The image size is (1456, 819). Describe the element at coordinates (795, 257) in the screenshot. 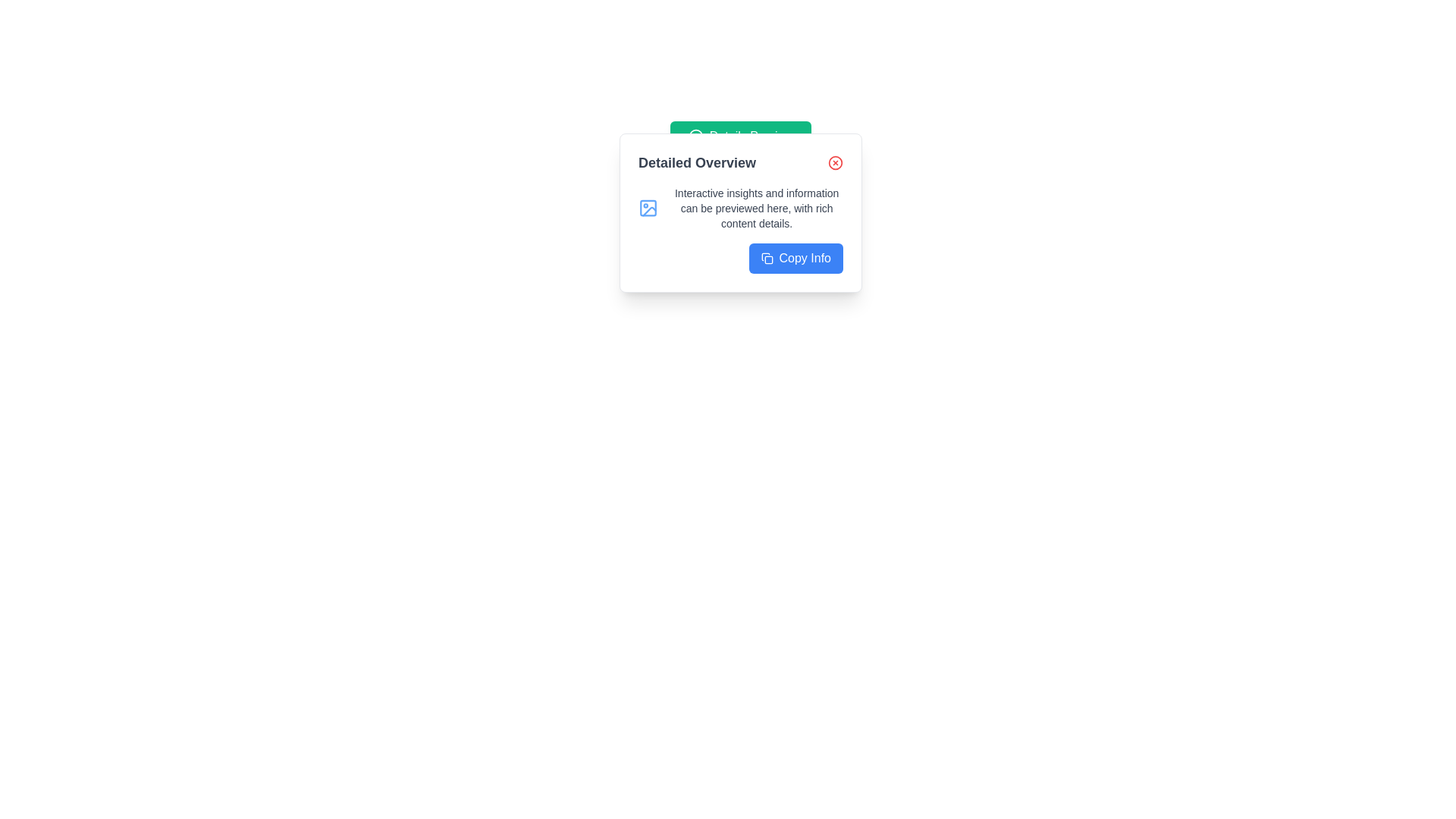

I see `the 'Copy Info' button with a blue background and a clipboard icon` at that location.